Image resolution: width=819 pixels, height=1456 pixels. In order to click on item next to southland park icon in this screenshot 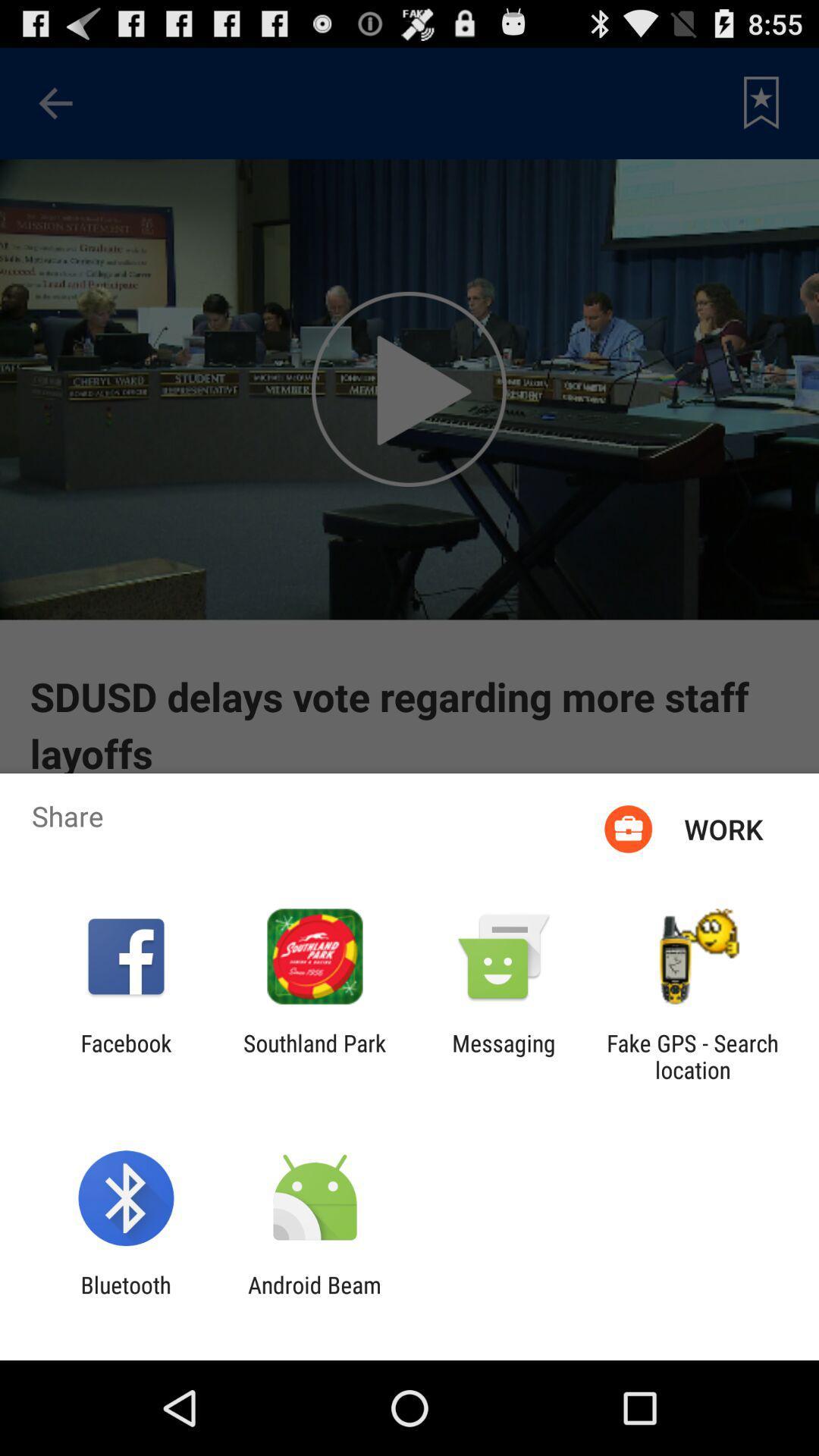, I will do `click(504, 1056)`.